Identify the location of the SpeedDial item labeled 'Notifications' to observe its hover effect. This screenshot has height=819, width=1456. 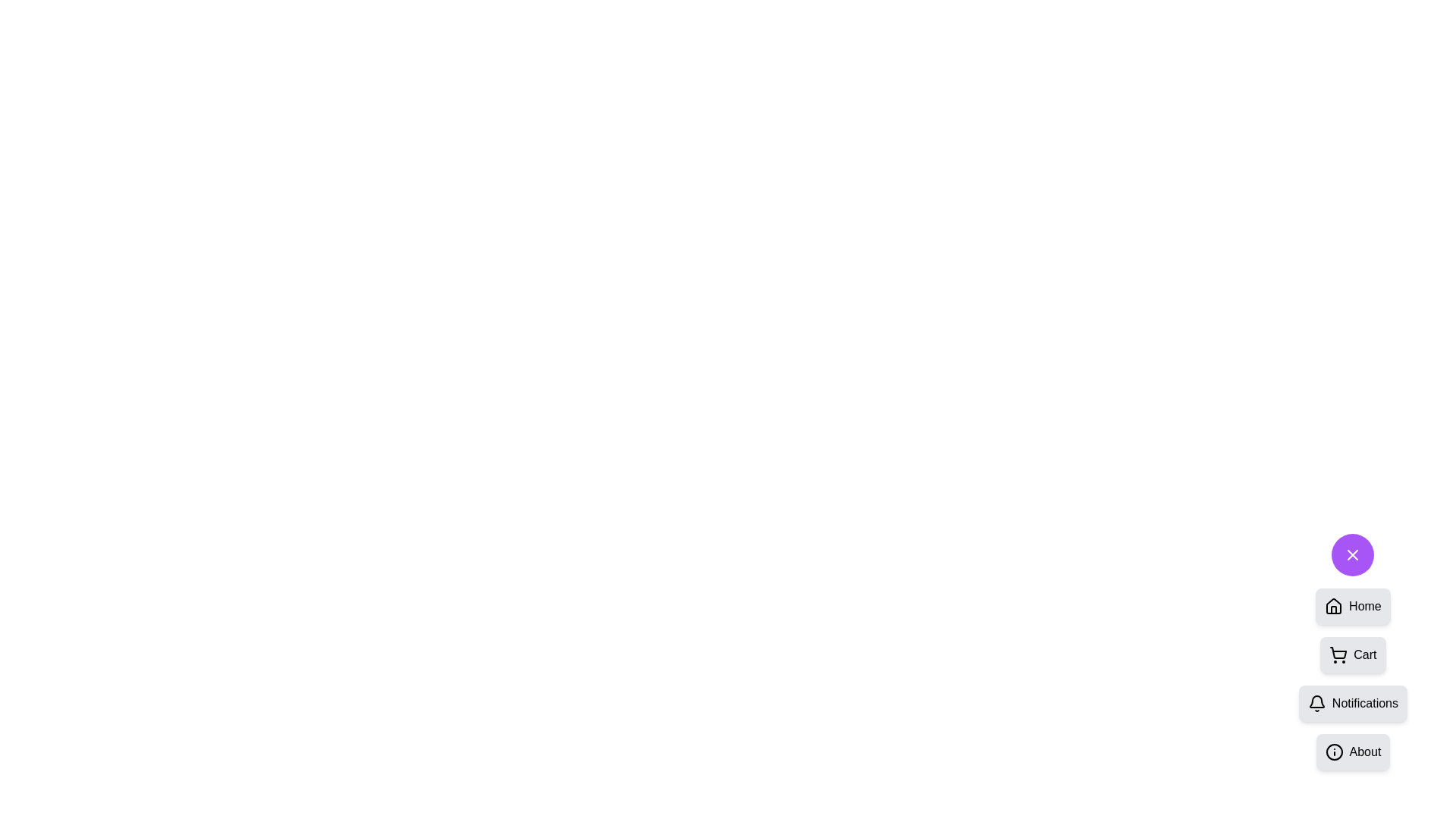
(1353, 704).